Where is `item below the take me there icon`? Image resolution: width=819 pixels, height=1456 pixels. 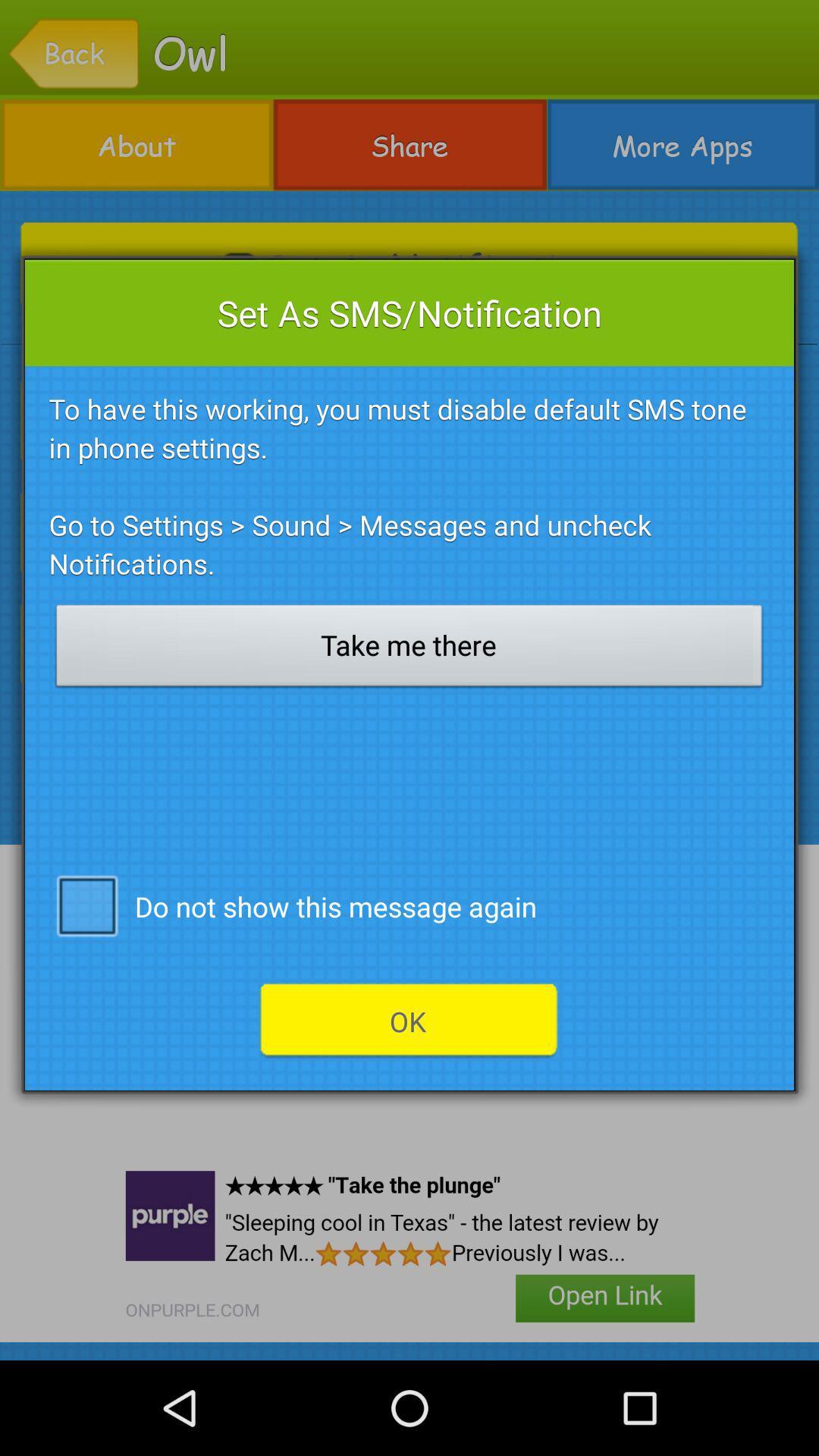
item below the take me there icon is located at coordinates (86, 905).